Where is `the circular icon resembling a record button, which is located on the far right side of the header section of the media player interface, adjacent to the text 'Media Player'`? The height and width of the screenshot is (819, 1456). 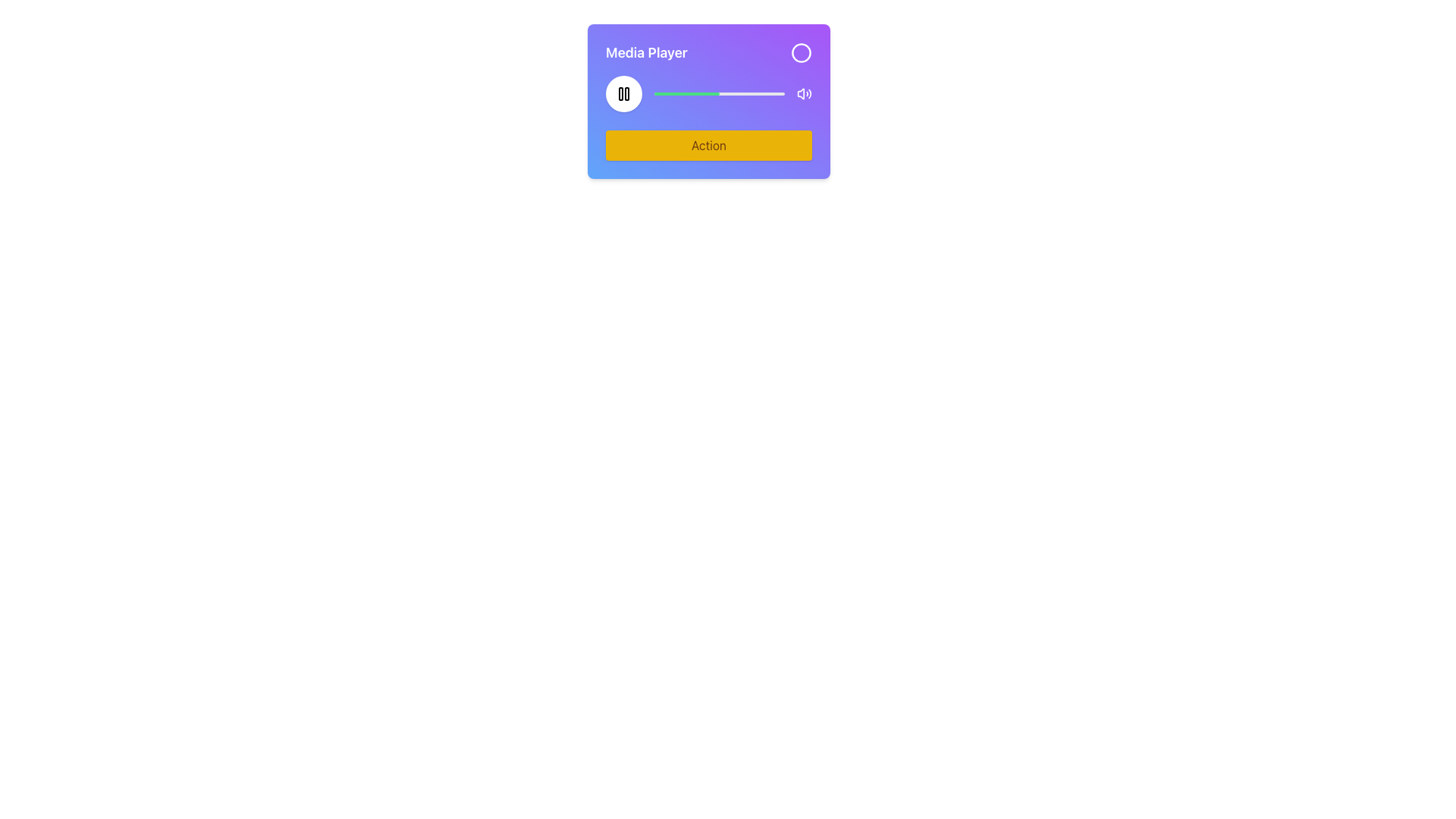
the circular icon resembling a record button, which is located on the far right side of the header section of the media player interface, adjacent to the text 'Media Player' is located at coordinates (800, 52).